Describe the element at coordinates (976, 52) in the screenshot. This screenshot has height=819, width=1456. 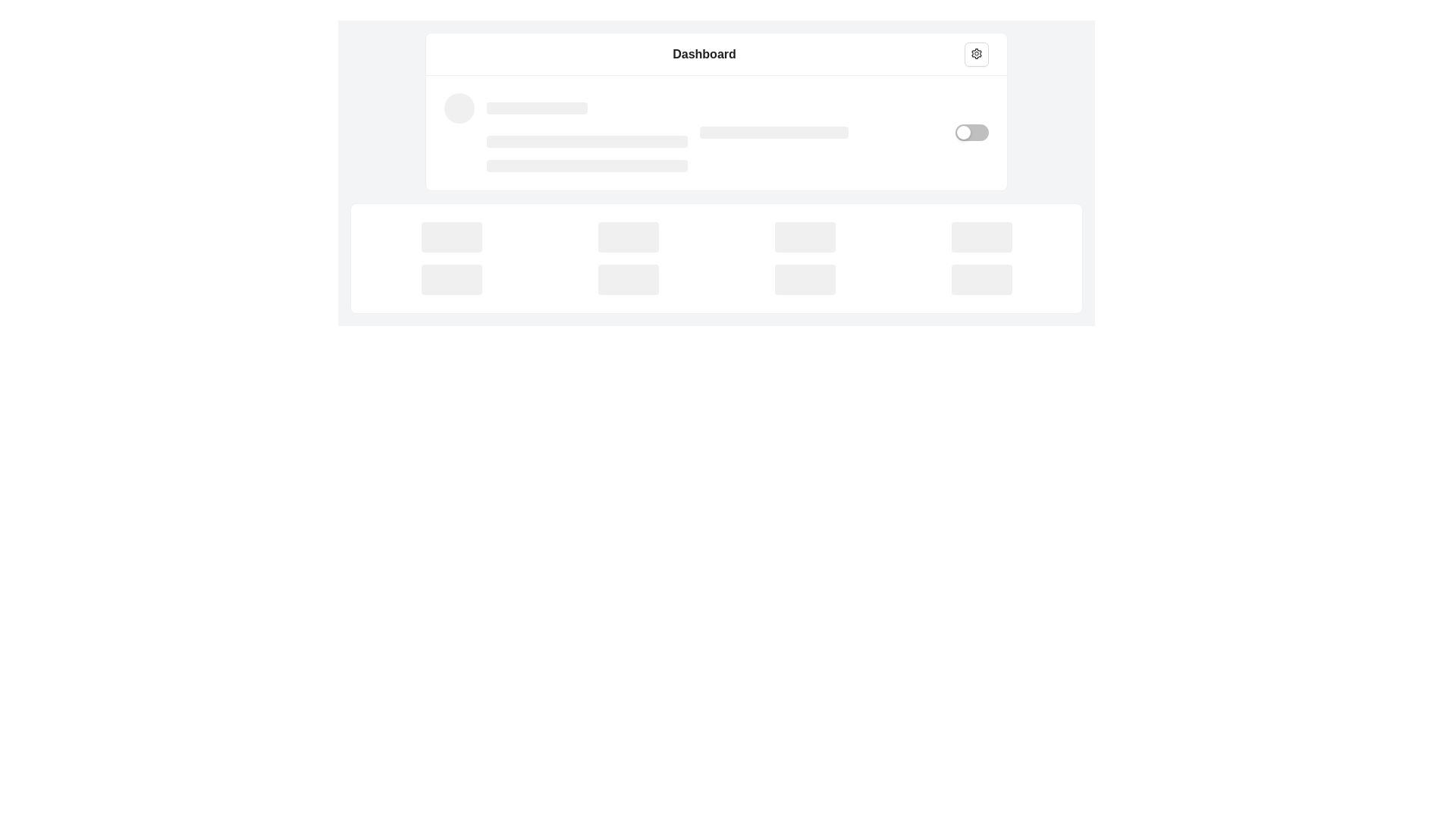
I see `the gear-shaped icon in the header section` at that location.